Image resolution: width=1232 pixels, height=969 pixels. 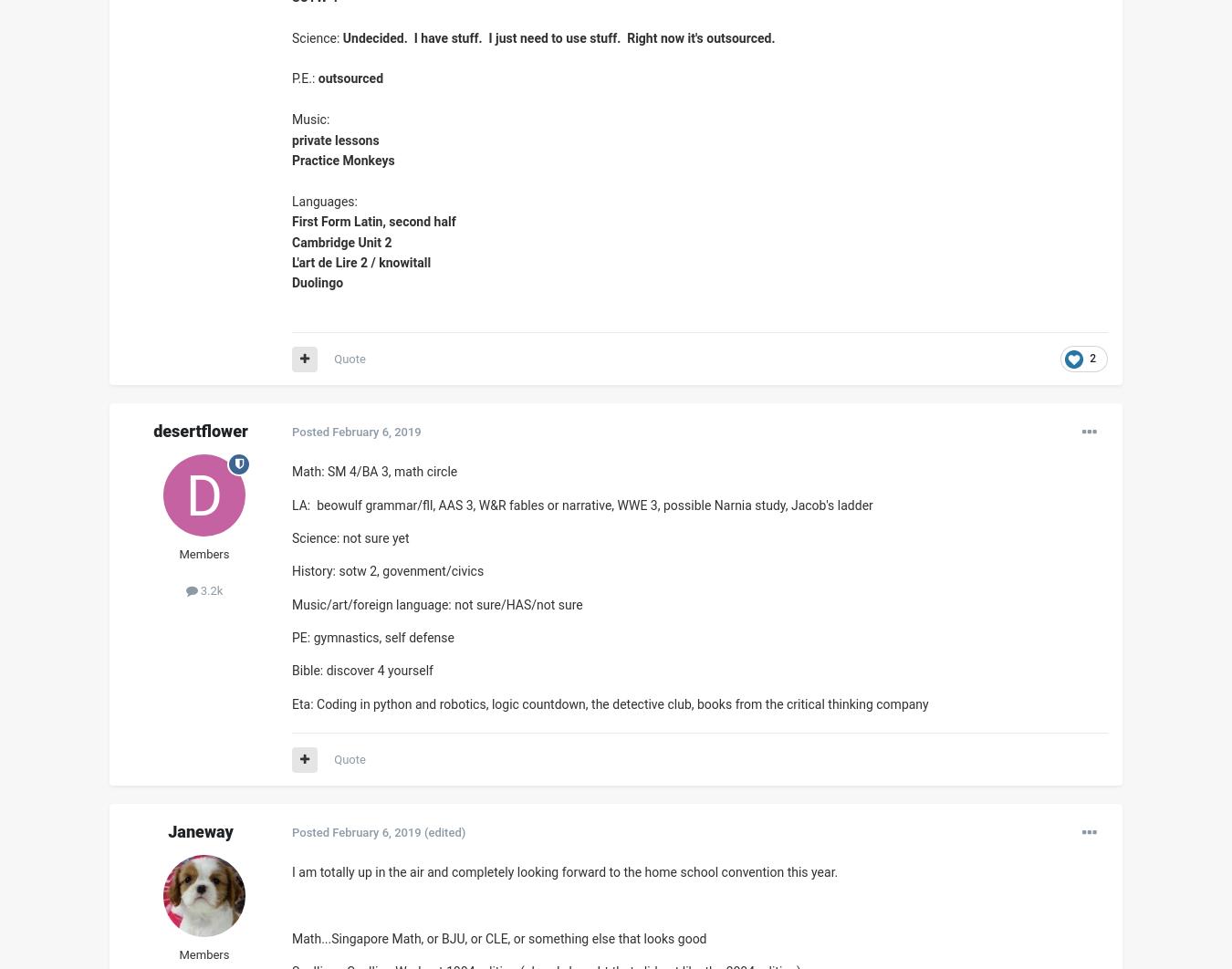 What do you see at coordinates (290, 937) in the screenshot?
I see `'Math...Singapore Math, or BJU, or CLE, or something else that looks good'` at bounding box center [290, 937].